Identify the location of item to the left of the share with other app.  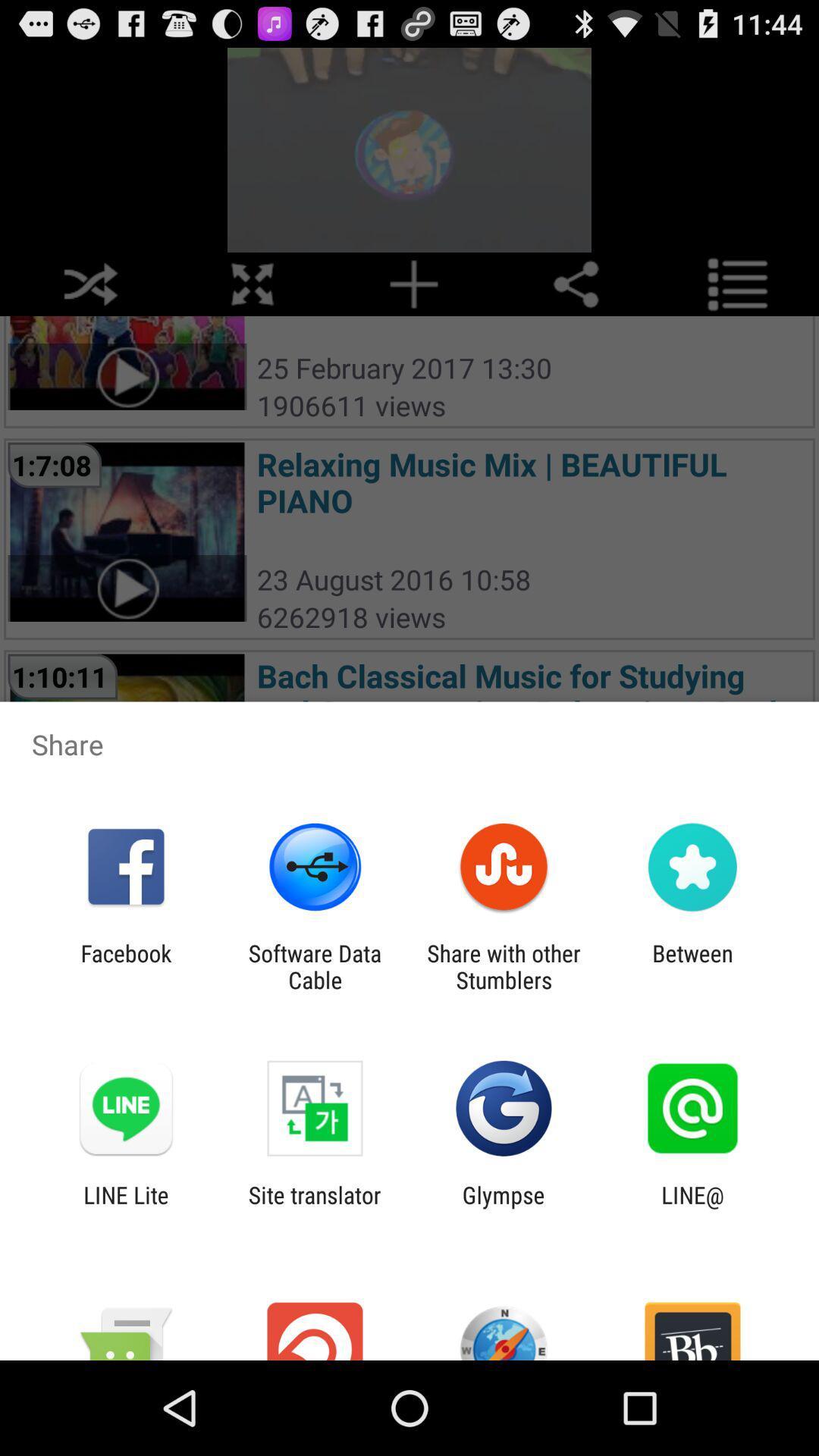
(314, 966).